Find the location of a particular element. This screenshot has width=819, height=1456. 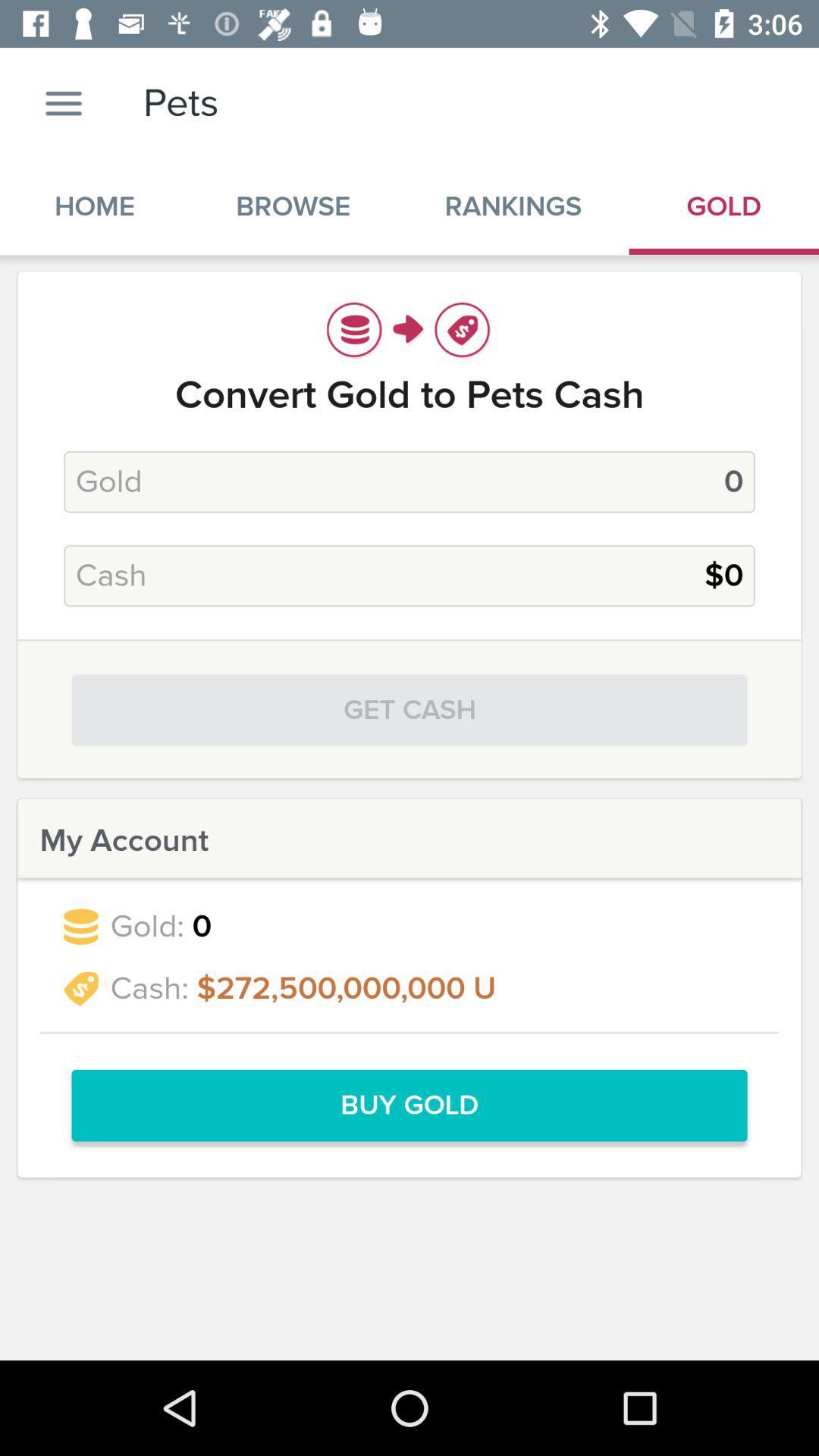

the get cash icon is located at coordinates (409, 709).